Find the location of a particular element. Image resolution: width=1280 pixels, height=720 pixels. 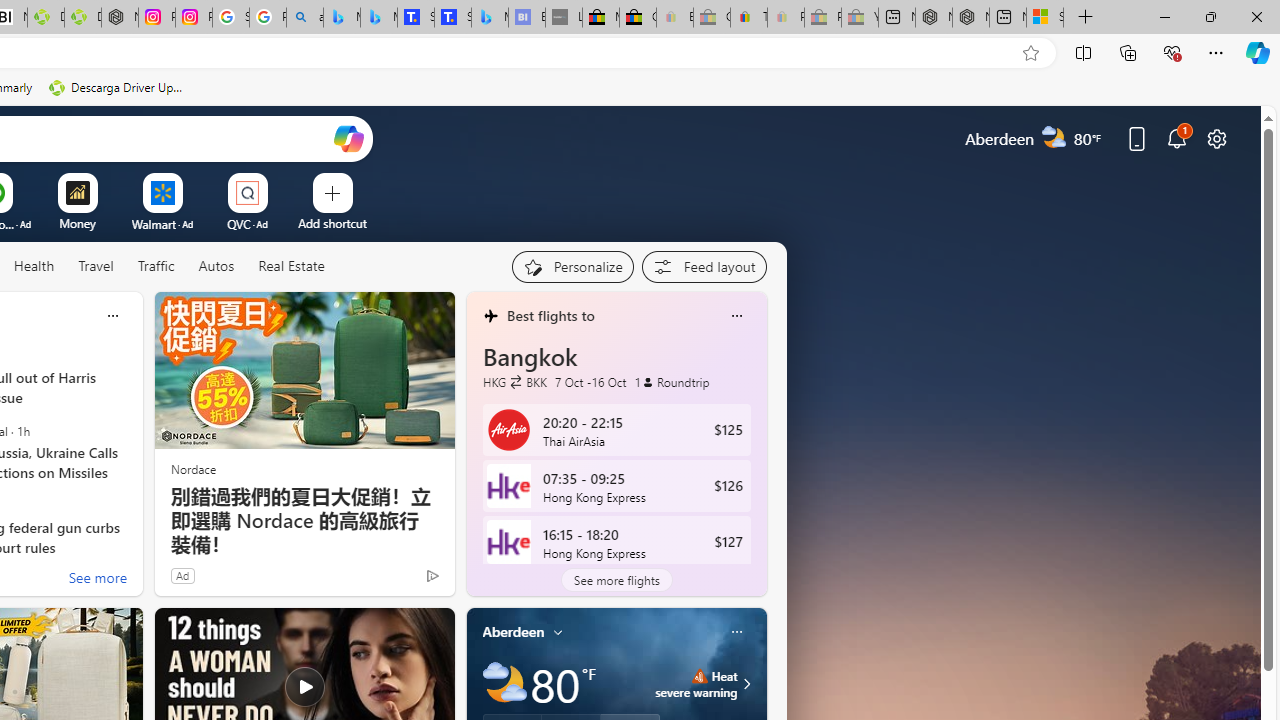

'Thai AirAsia (FD 505) Thai AirAsia 20:20 - 22:15 $125' is located at coordinates (615, 428).